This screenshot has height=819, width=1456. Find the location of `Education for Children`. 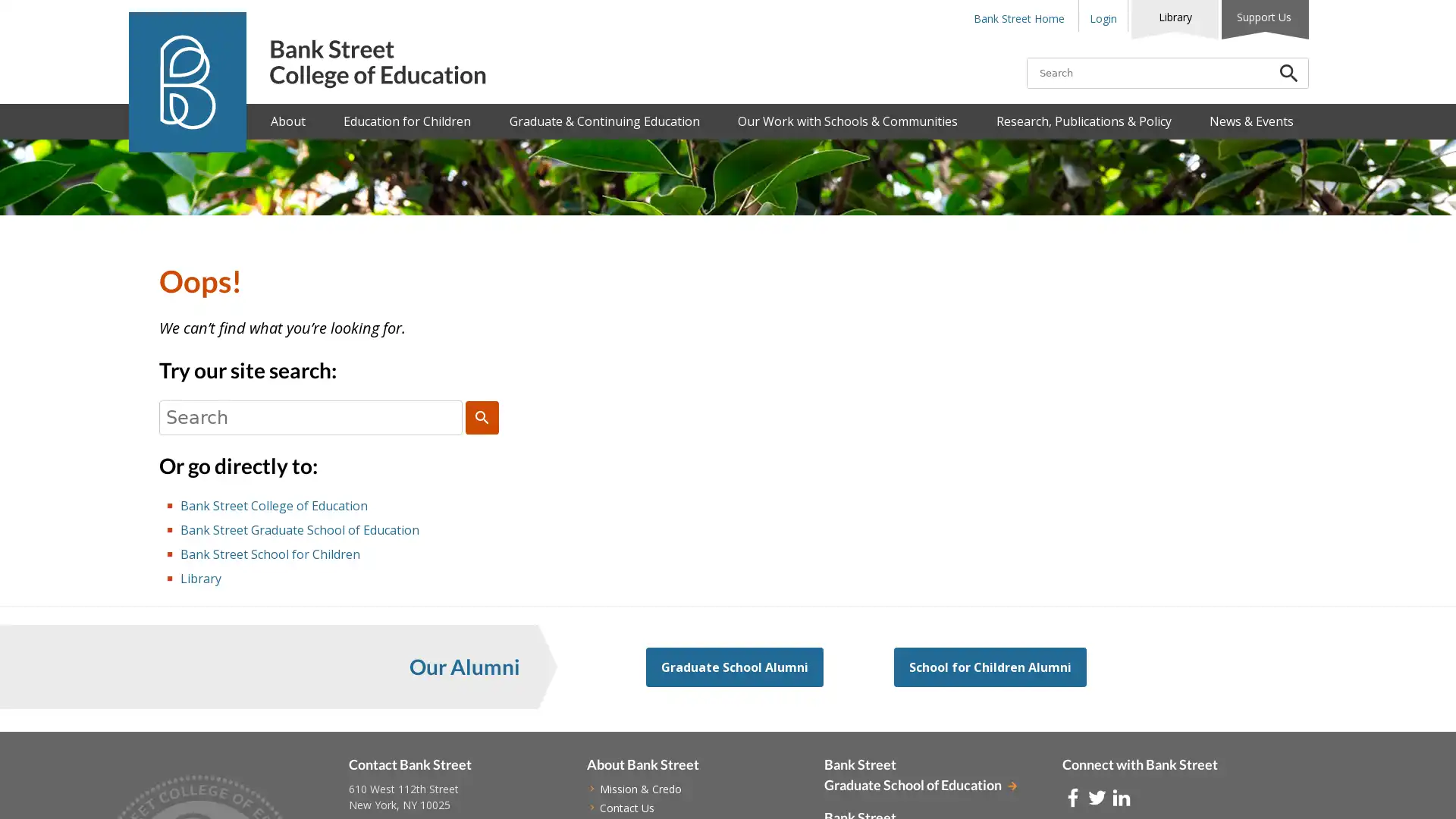

Education for Children is located at coordinates (407, 121).